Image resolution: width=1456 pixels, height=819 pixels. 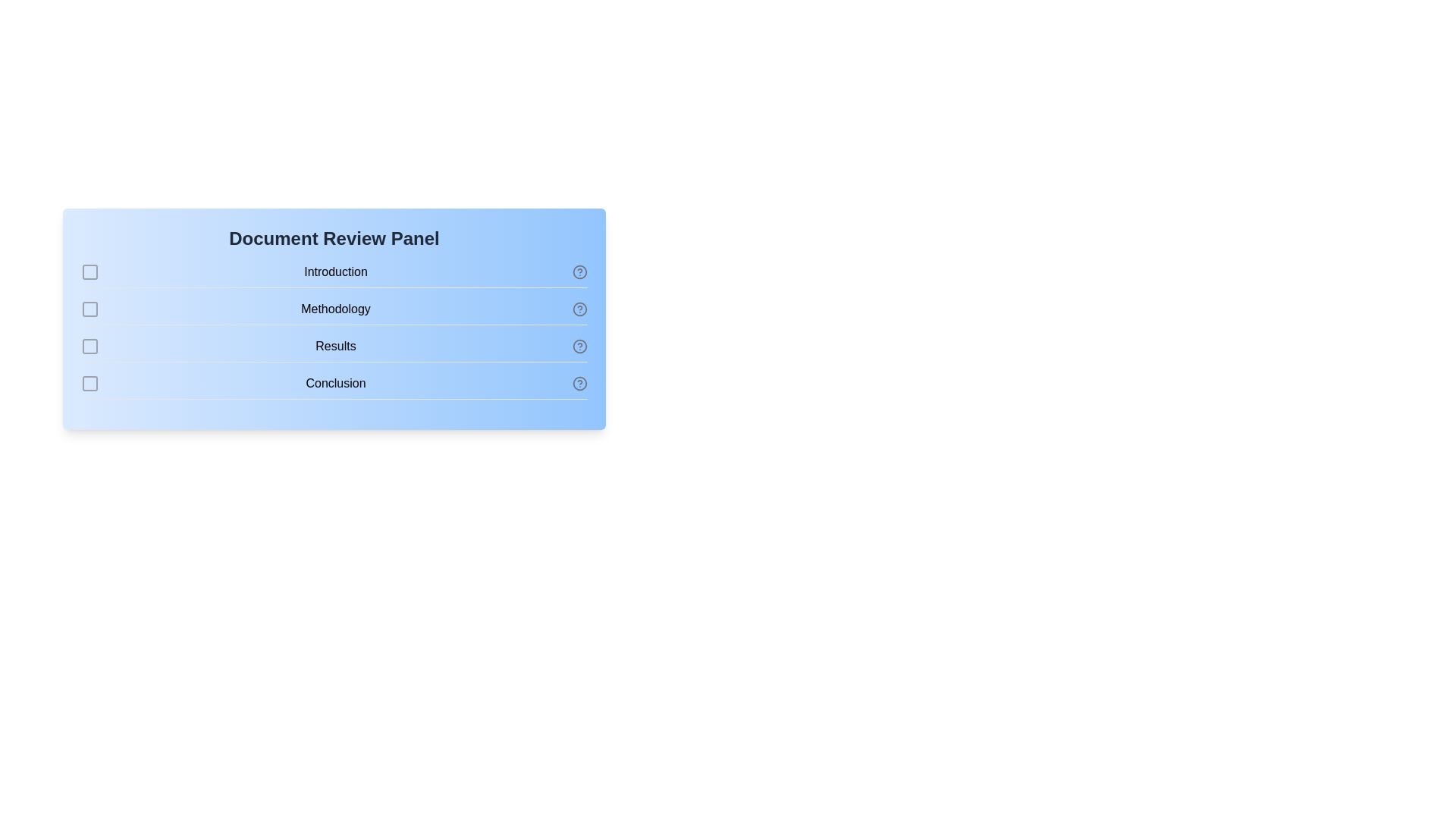 I want to click on the information icon for the Introduction section to view its tooltip, so click(x=579, y=271).